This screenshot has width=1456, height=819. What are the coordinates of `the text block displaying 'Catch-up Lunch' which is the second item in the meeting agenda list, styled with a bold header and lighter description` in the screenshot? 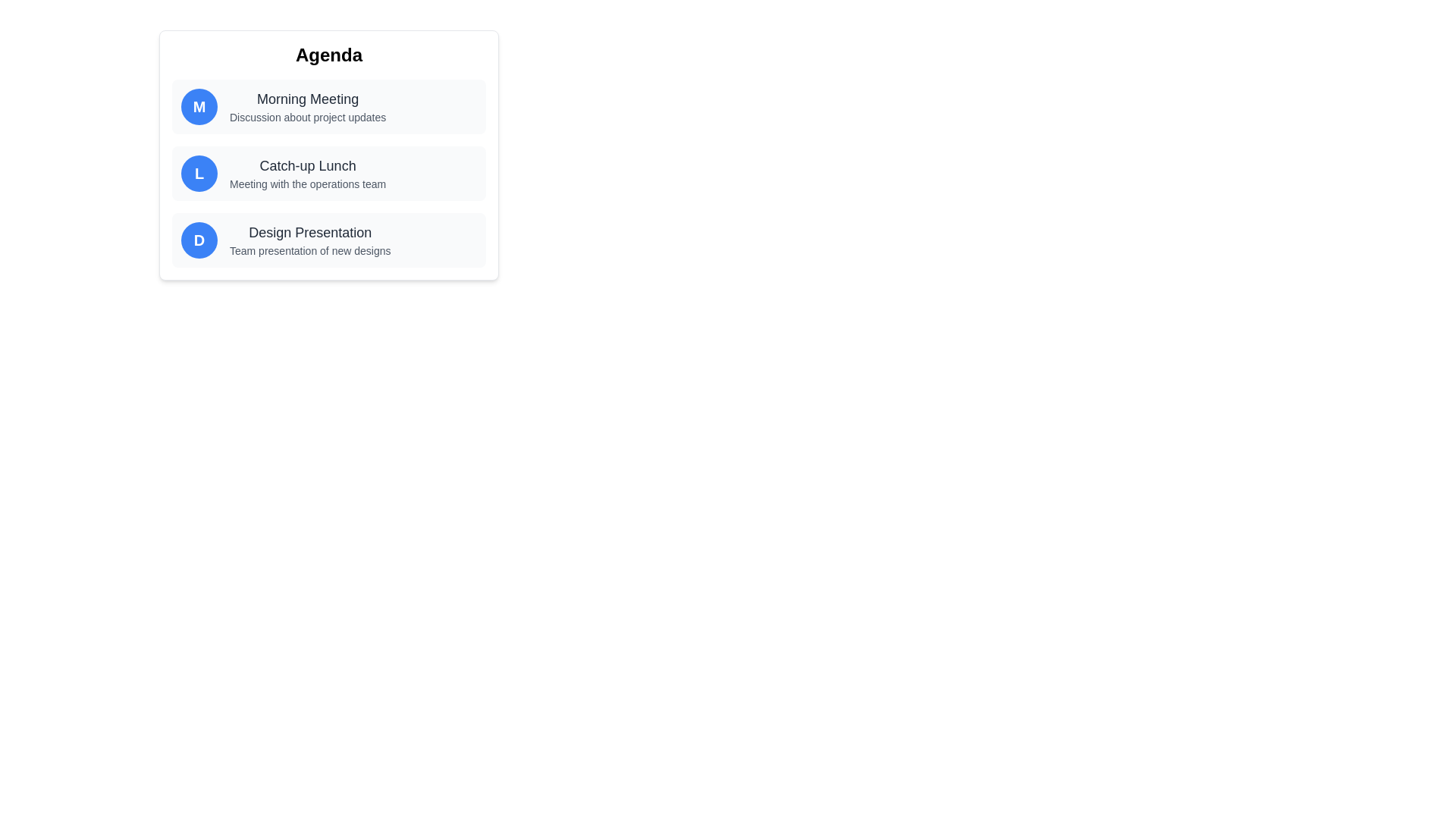 It's located at (307, 172).